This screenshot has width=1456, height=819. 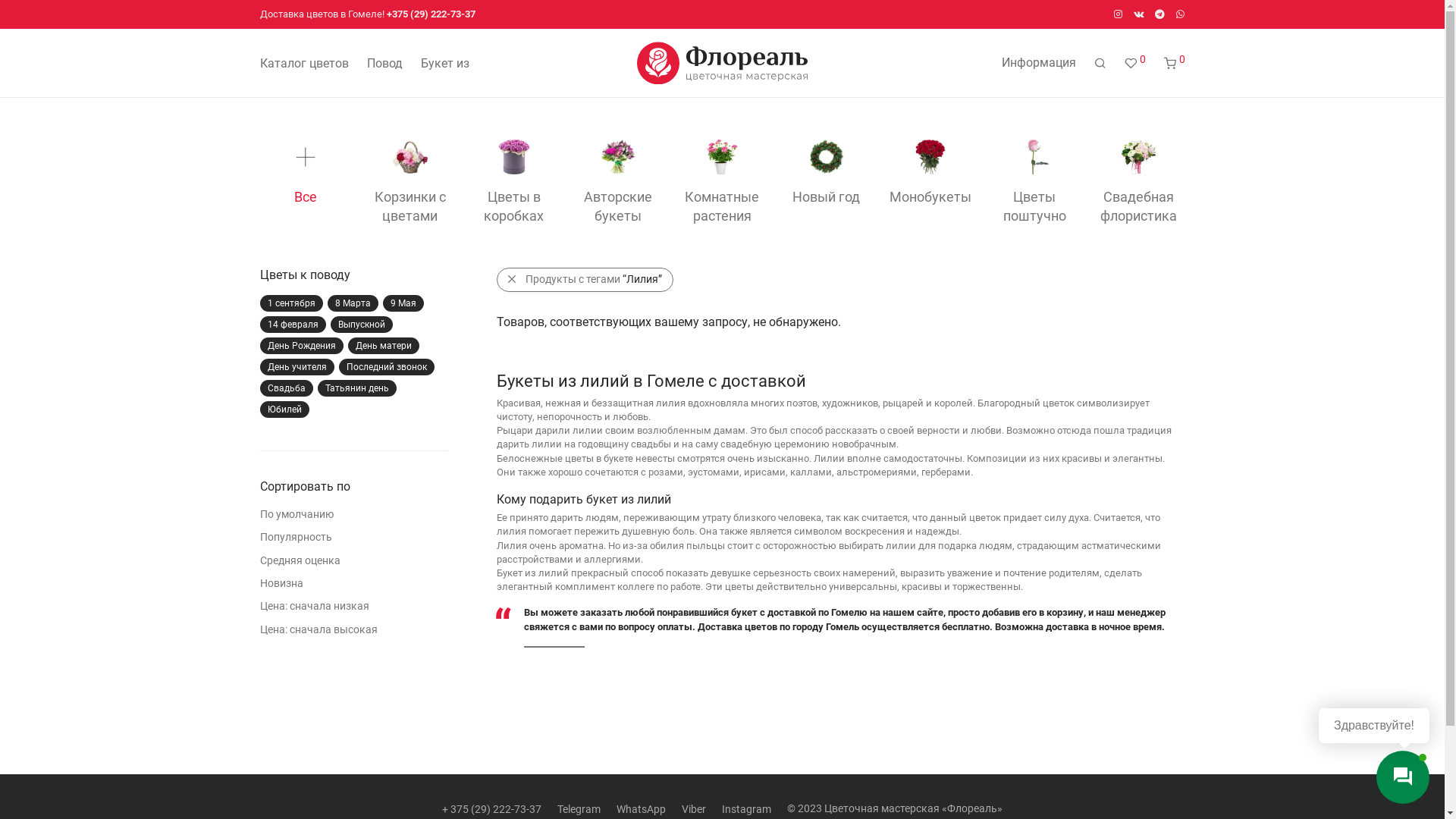 I want to click on '0', so click(x=1134, y=63).